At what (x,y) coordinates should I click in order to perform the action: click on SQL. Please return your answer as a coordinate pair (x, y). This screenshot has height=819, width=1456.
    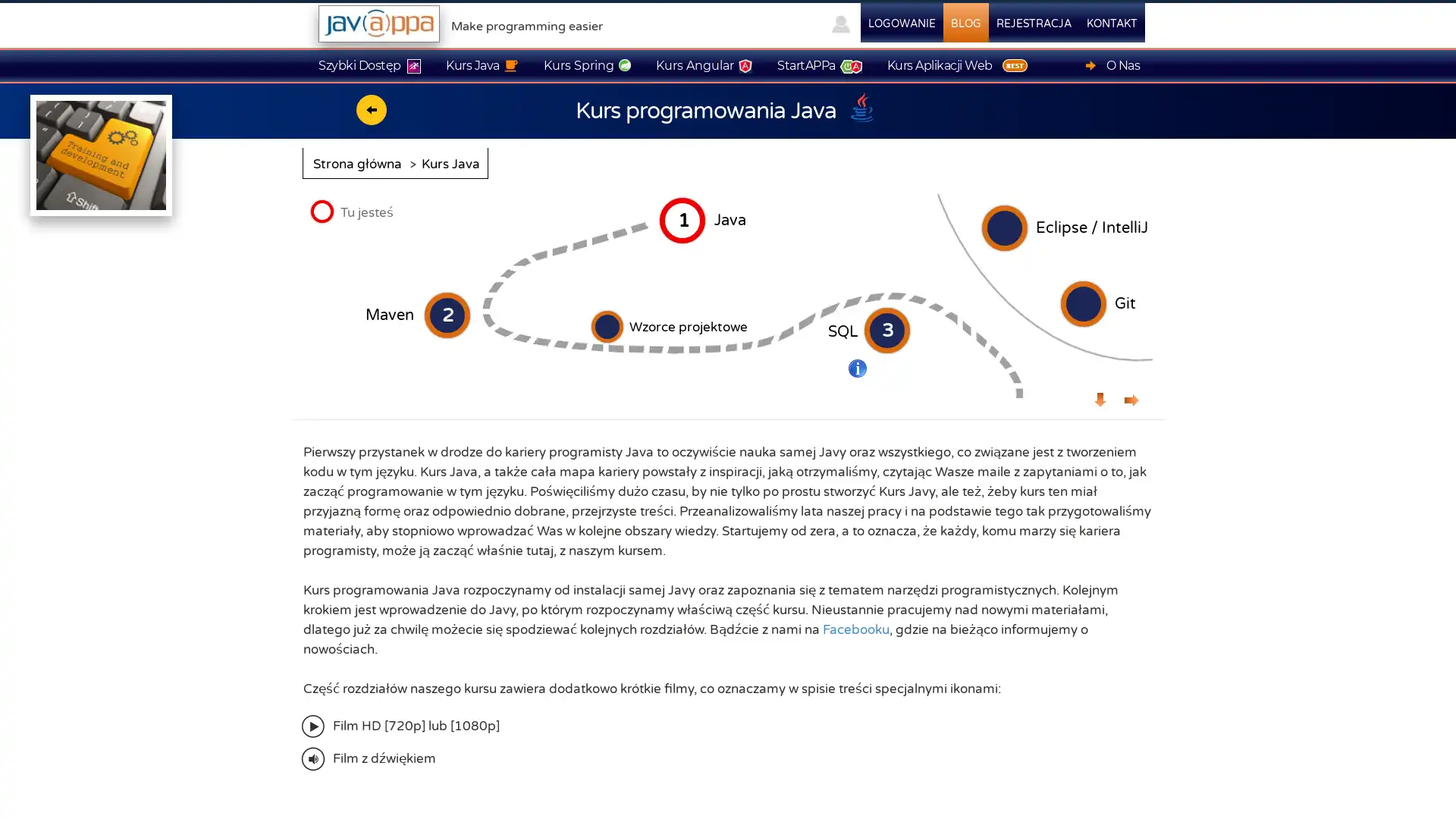
    Looking at the image, I should click on (848, 331).